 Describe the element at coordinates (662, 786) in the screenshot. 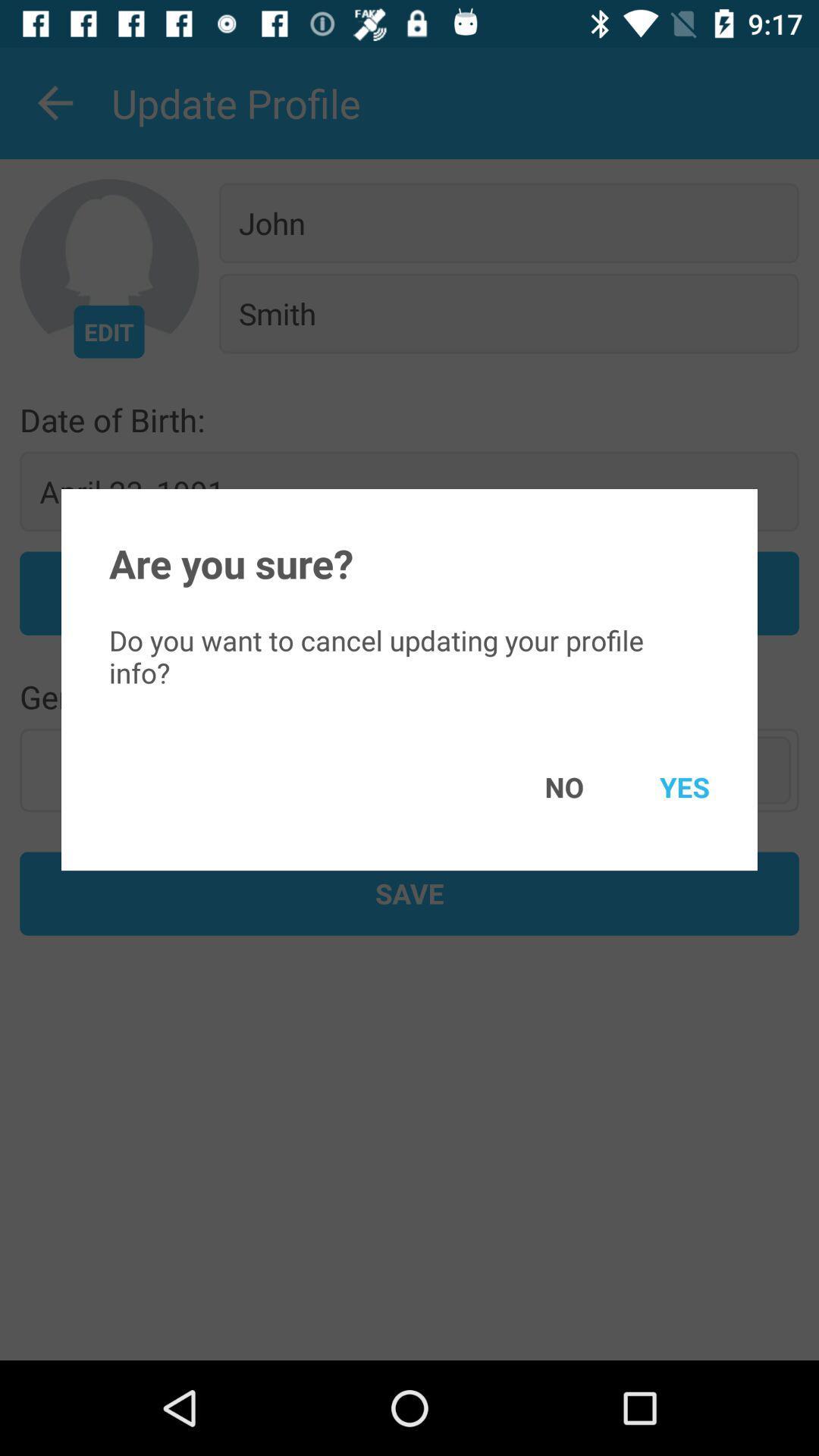

I see `the icon to the right of no icon` at that location.